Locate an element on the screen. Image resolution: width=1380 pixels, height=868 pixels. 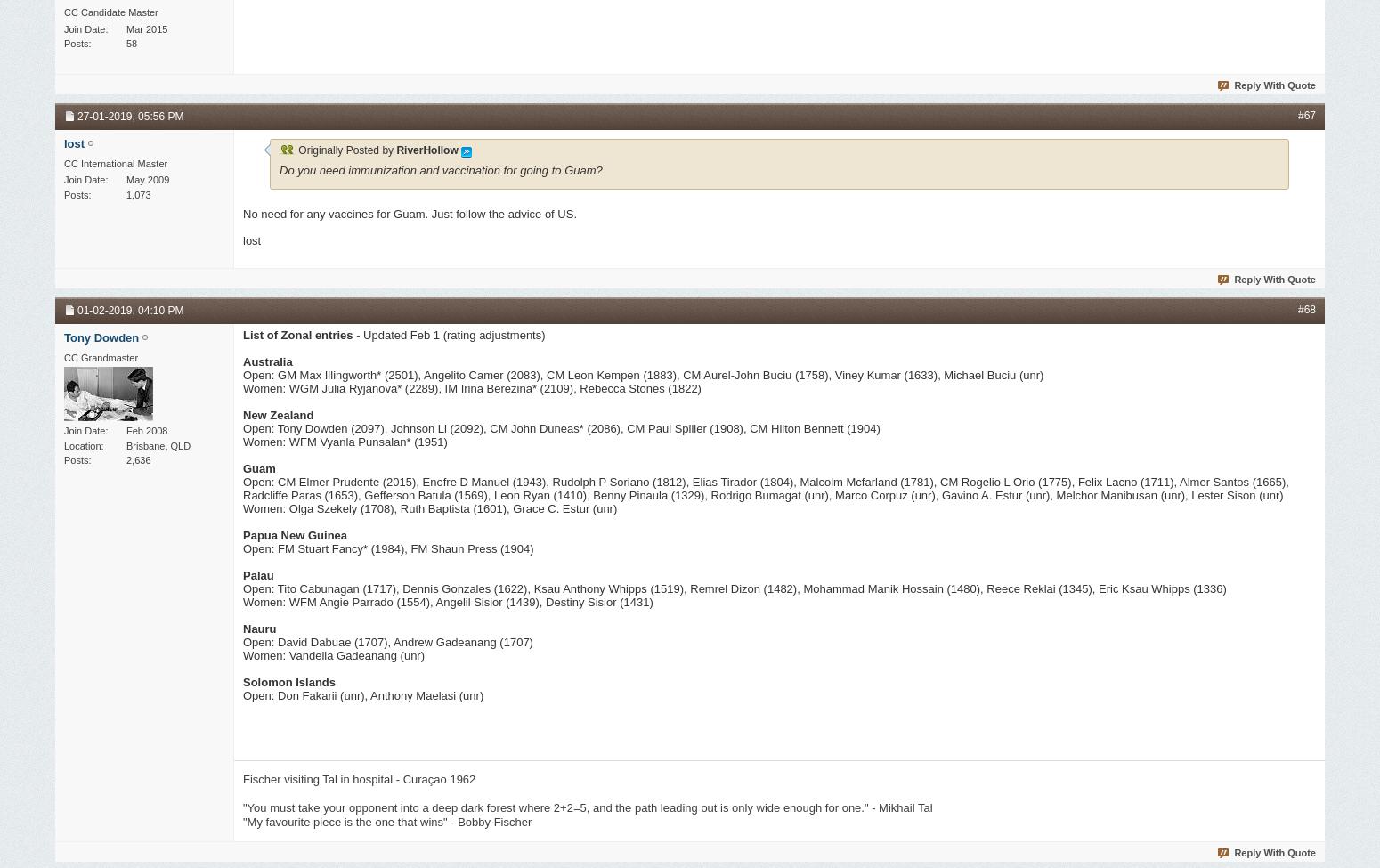
'CC International Master' is located at coordinates (63, 162).